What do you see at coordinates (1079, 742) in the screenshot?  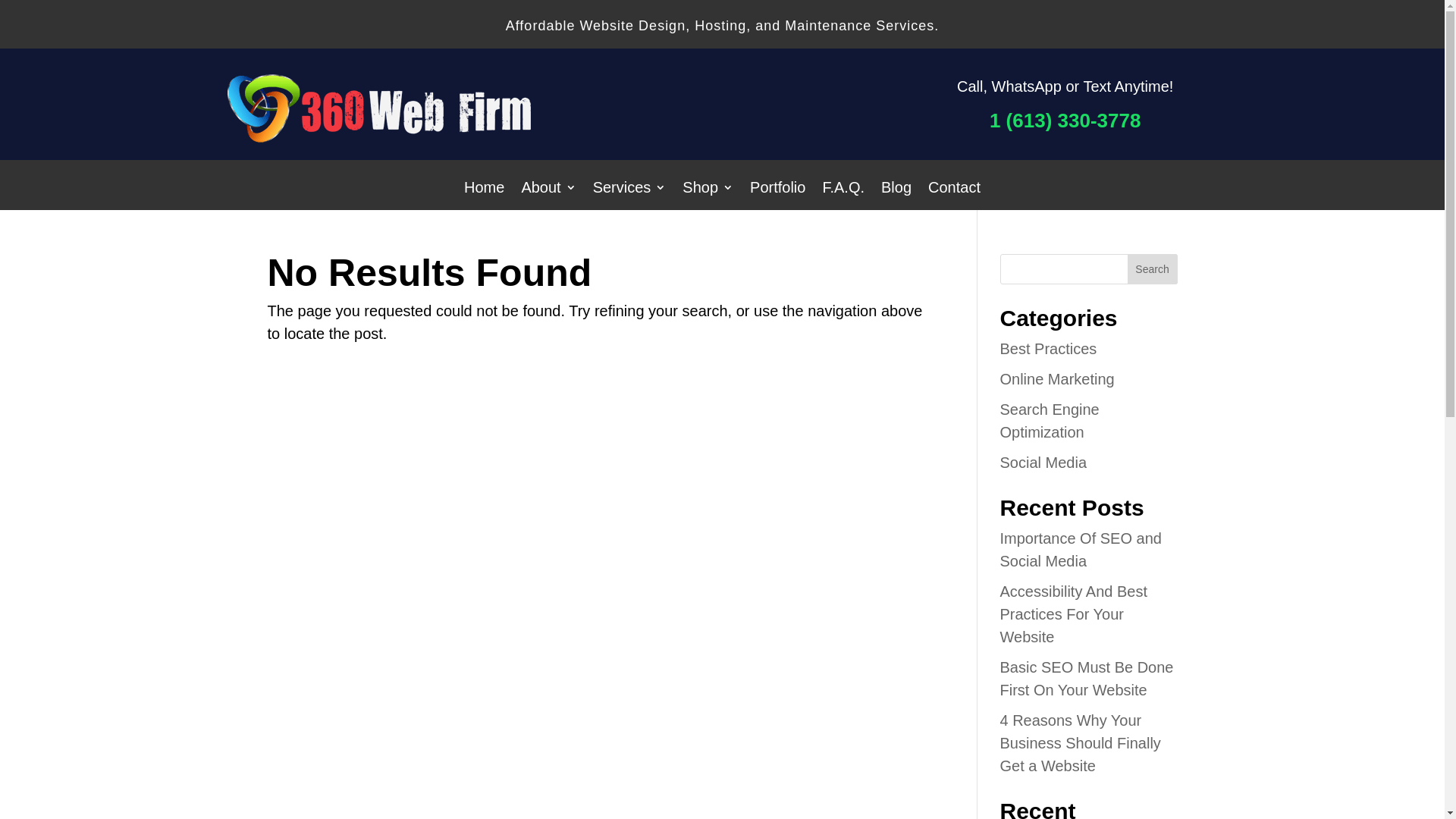 I see `'4 Reasons Why Your Business Should Finally Get a Website'` at bounding box center [1079, 742].